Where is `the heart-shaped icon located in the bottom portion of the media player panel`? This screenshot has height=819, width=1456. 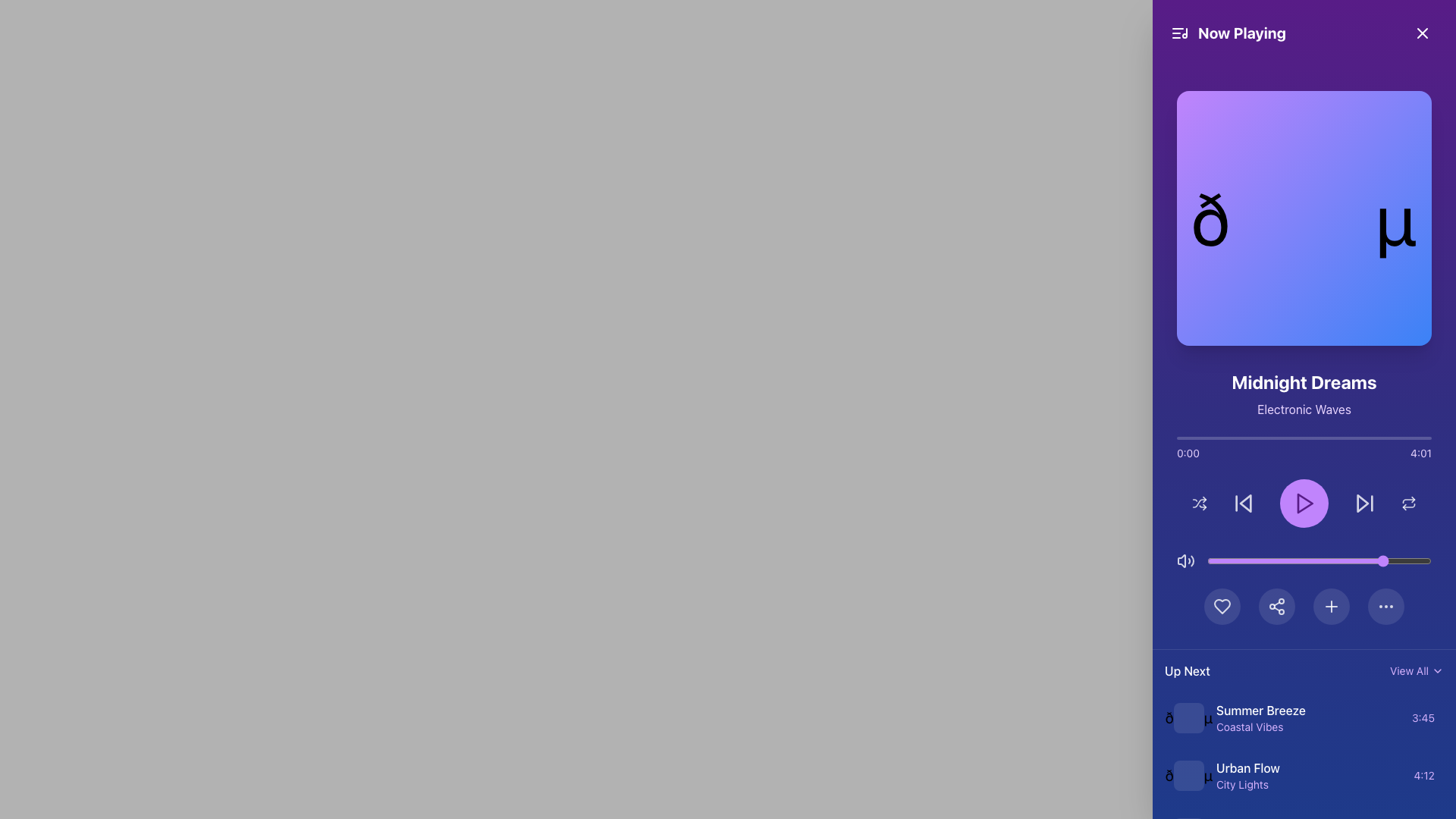
the heart-shaped icon located in the bottom portion of the media player panel is located at coordinates (1222, 605).